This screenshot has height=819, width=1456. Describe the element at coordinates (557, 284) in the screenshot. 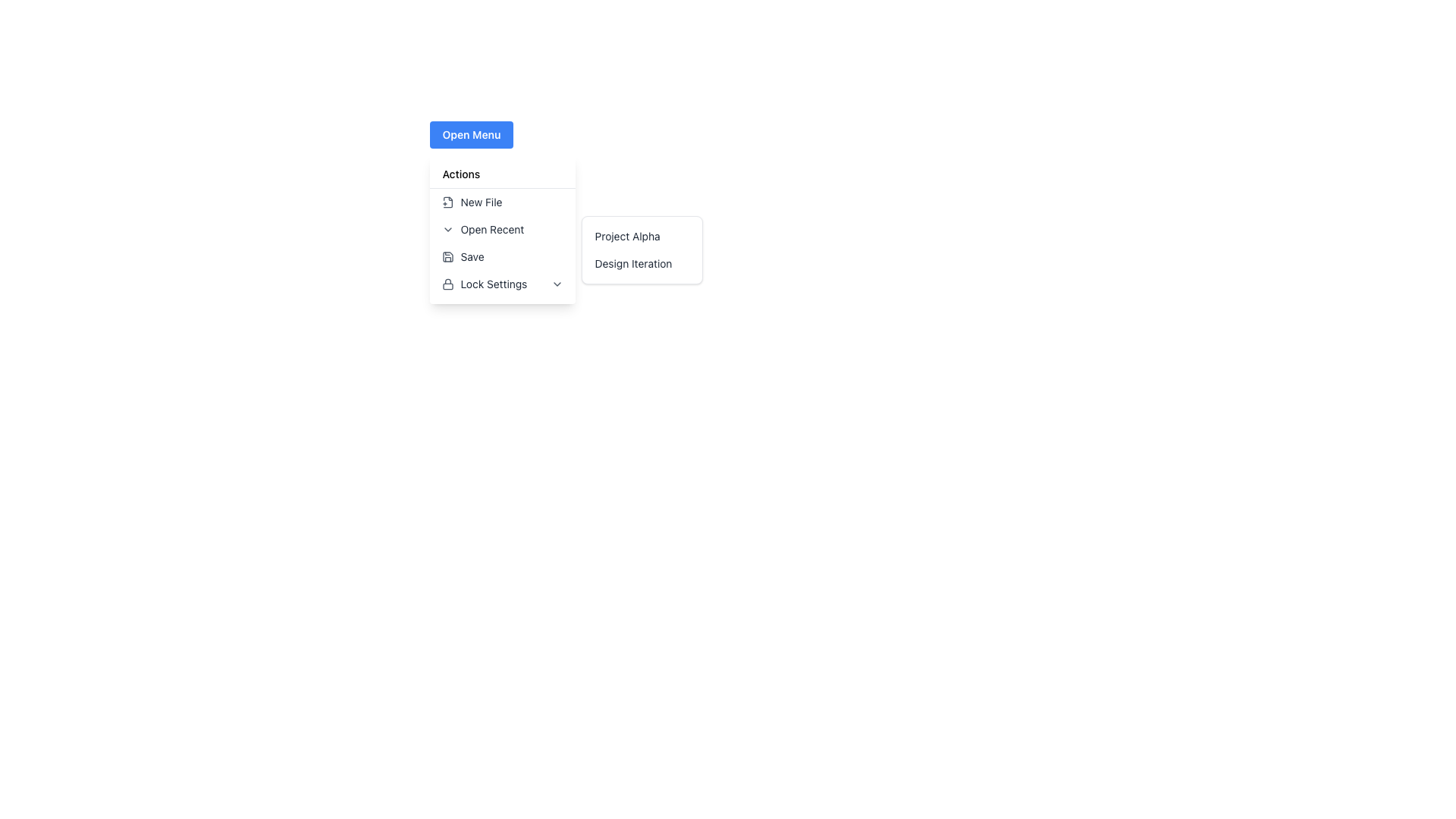

I see `the chevron icon located to the far right of the 'Lock Settings' text label in the 'Actions' section` at that location.